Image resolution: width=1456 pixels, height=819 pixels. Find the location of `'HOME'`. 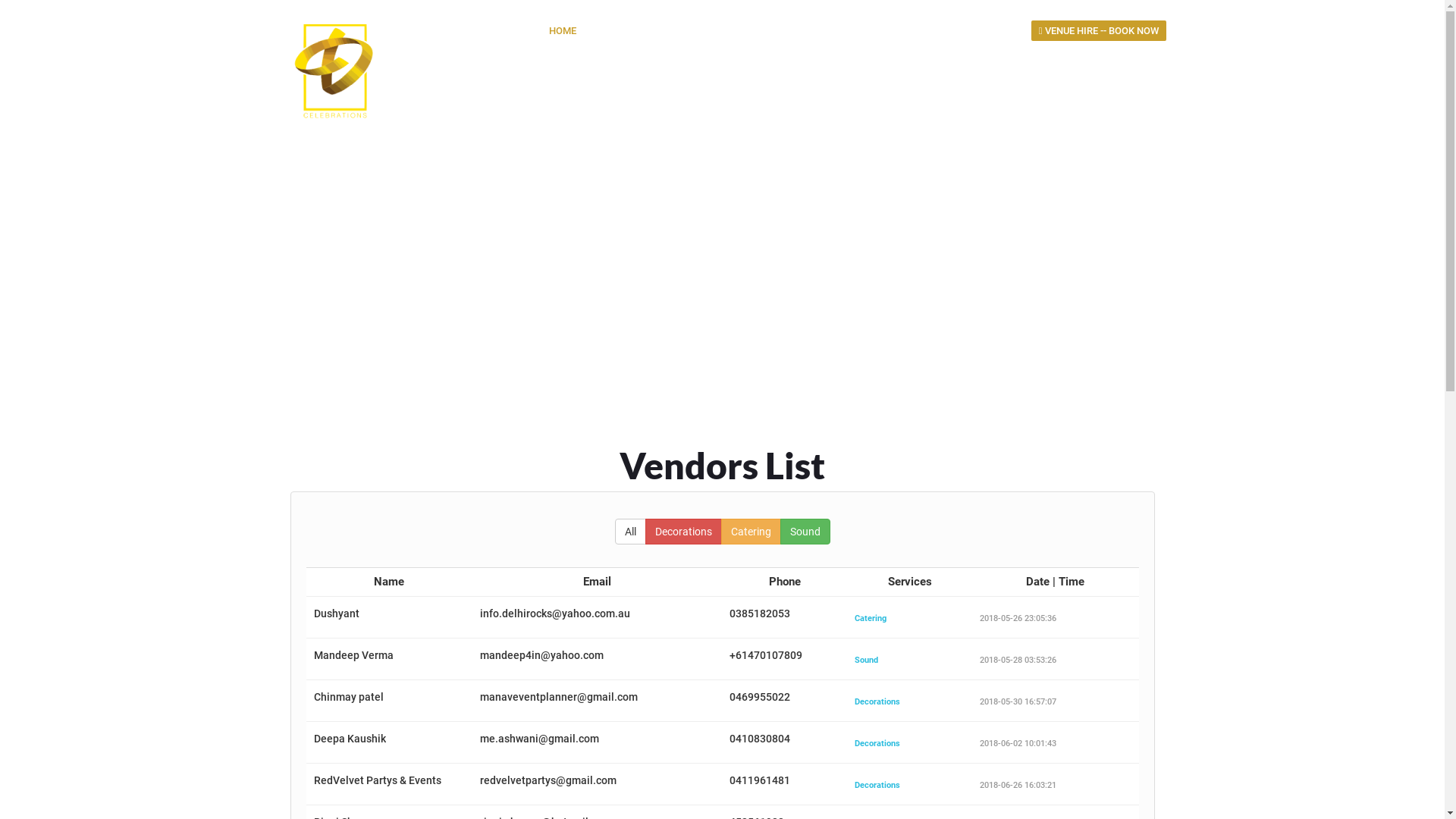

'HOME' is located at coordinates (562, 30).